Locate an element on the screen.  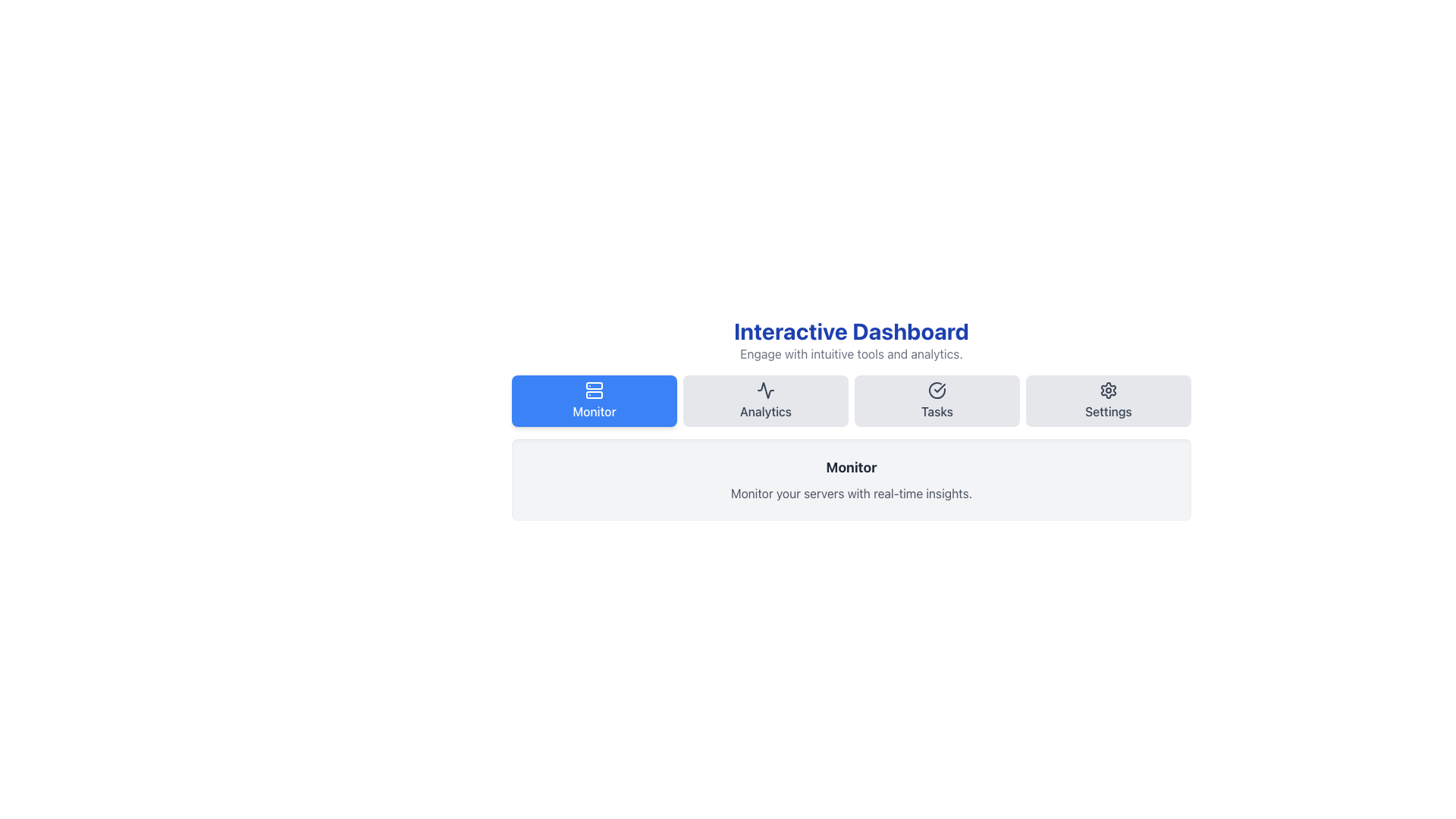
the settings button located at the right end of the toolbar, which is the fourth button from the left is located at coordinates (1109, 400).